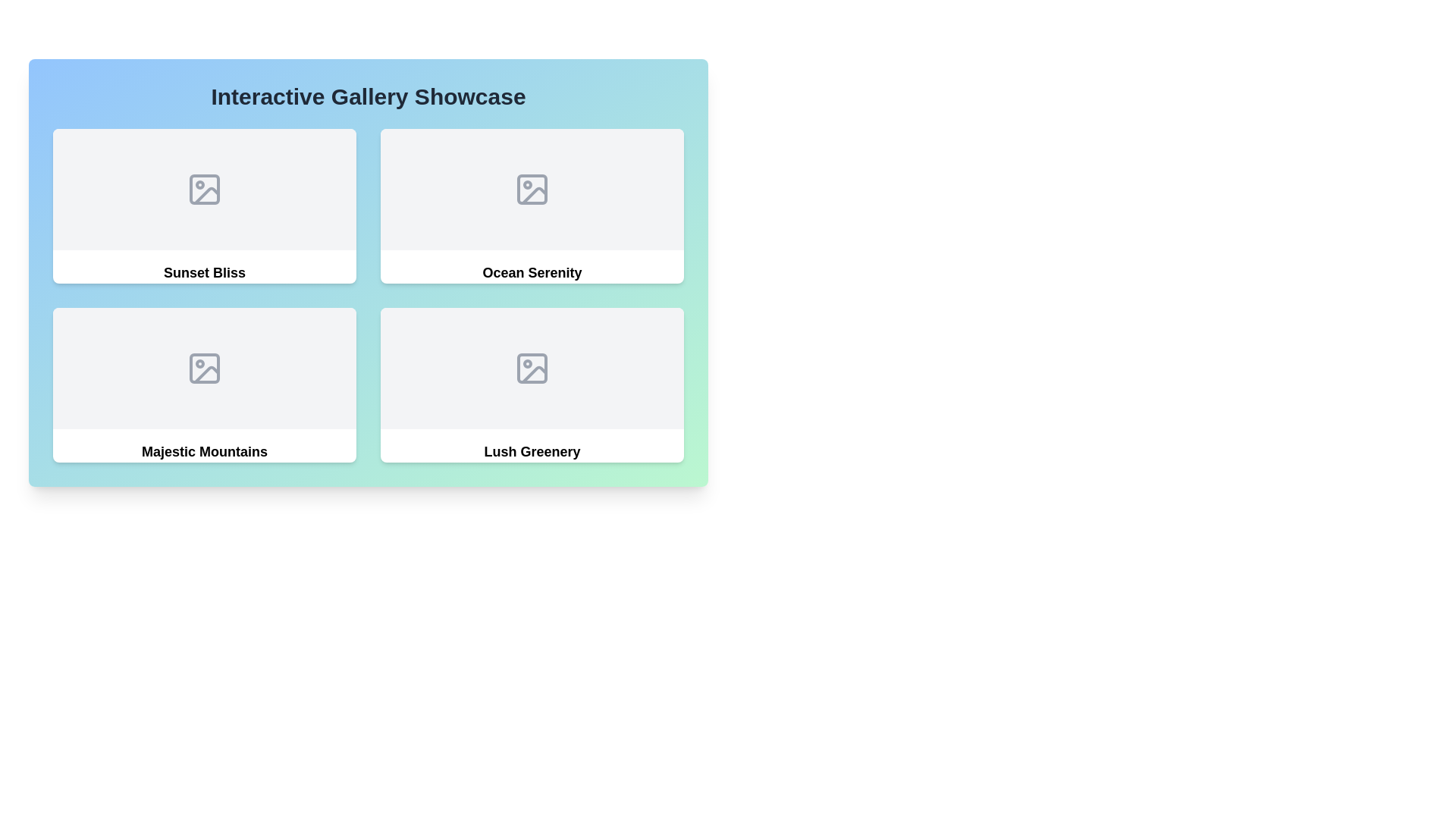  Describe the element at coordinates (203, 206) in the screenshot. I see `the 'Sunset Bliss' interactive card located in the top-left corner of the grid` at that location.